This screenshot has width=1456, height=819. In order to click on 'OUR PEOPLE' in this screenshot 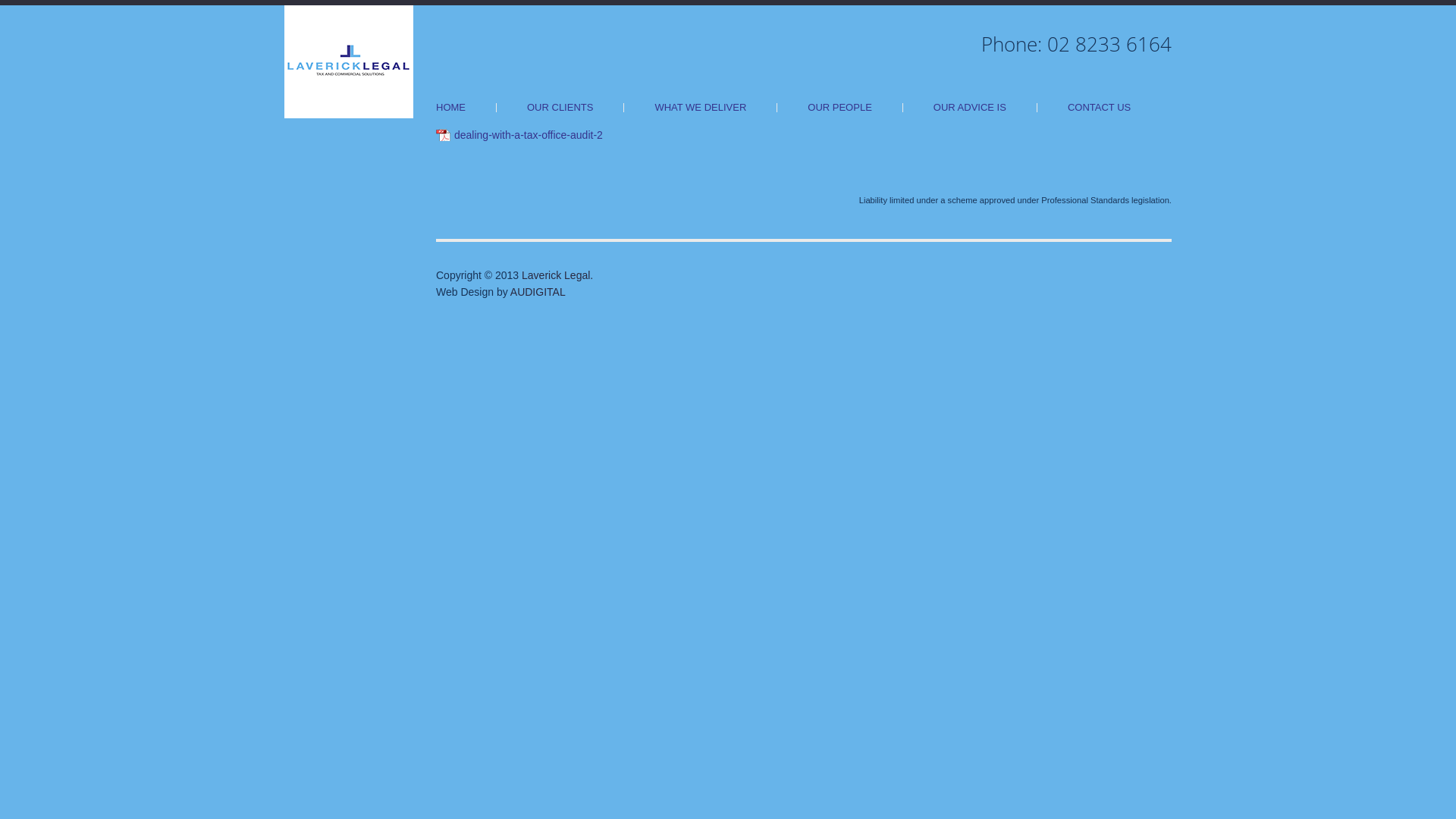, I will do `click(839, 107)`.